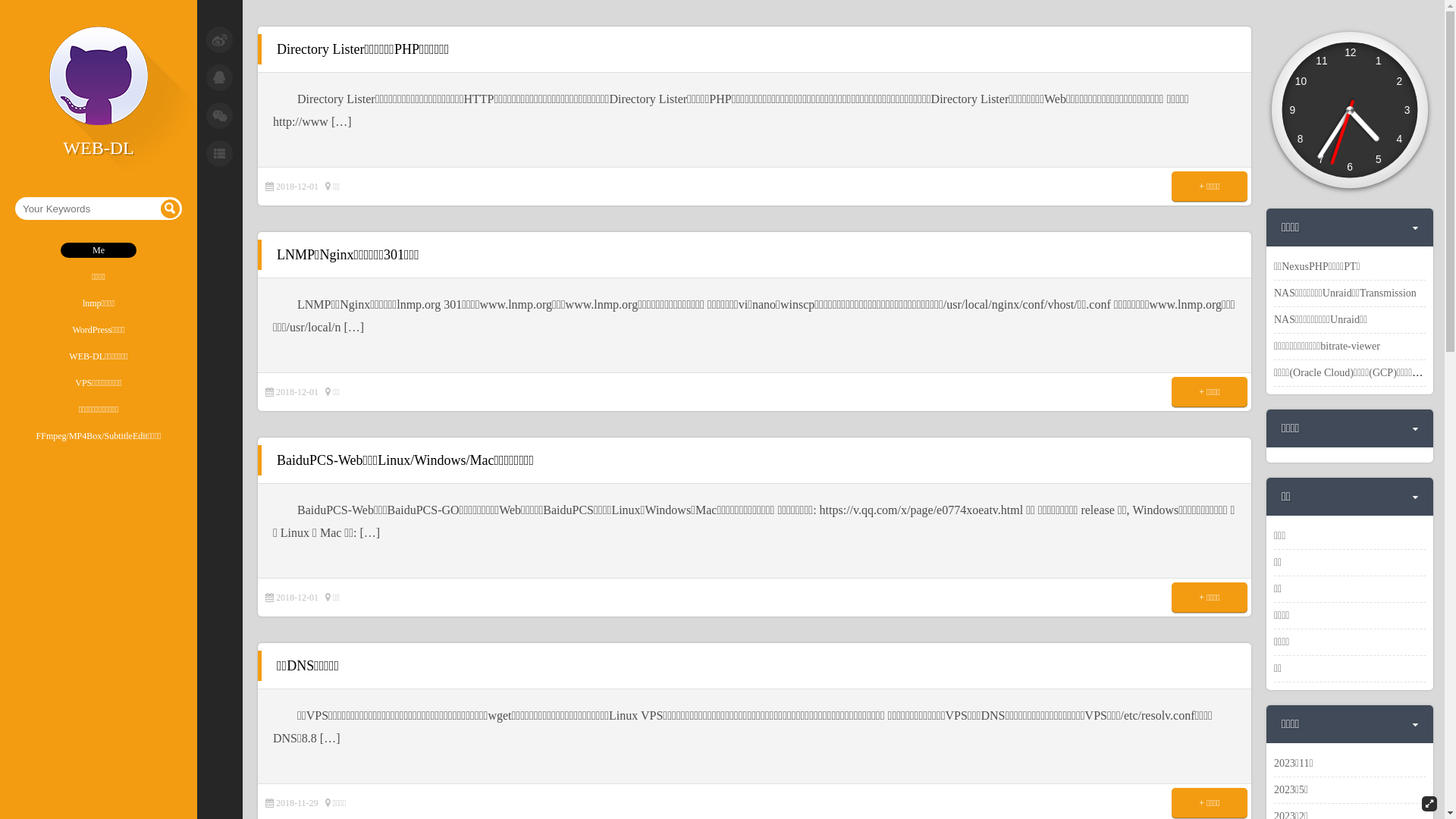 This screenshot has width=1456, height=819. Describe the element at coordinates (14, 249) in the screenshot. I see `'Me'` at that location.